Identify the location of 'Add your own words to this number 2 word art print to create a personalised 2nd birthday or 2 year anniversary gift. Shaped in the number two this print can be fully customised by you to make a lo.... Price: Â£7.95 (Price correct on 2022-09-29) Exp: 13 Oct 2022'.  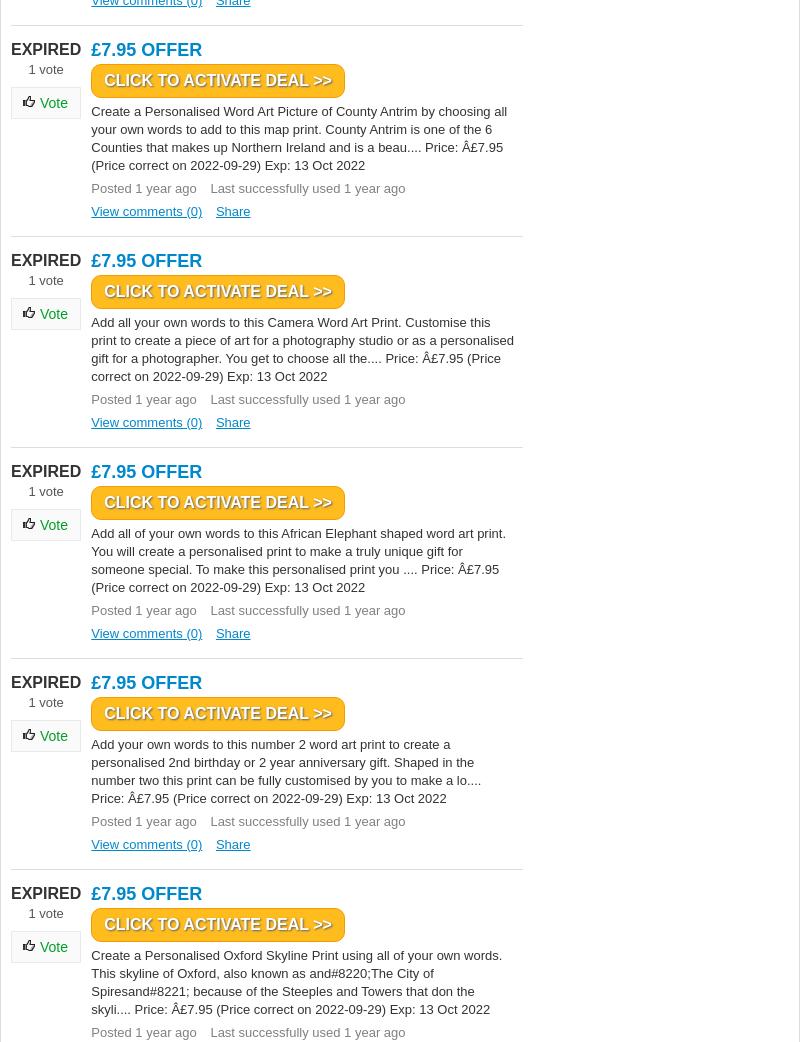
(91, 770).